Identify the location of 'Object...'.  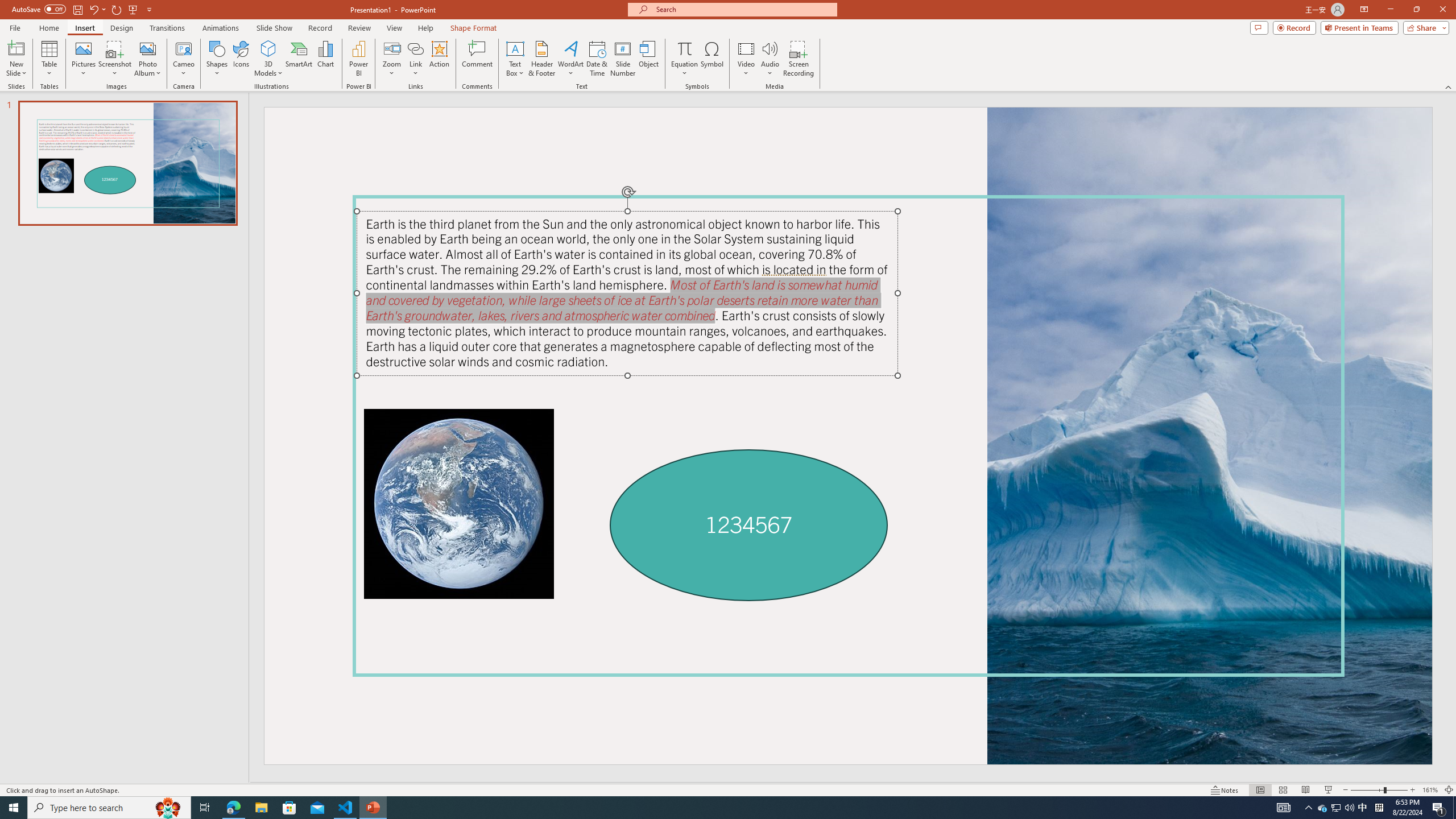
(649, 59).